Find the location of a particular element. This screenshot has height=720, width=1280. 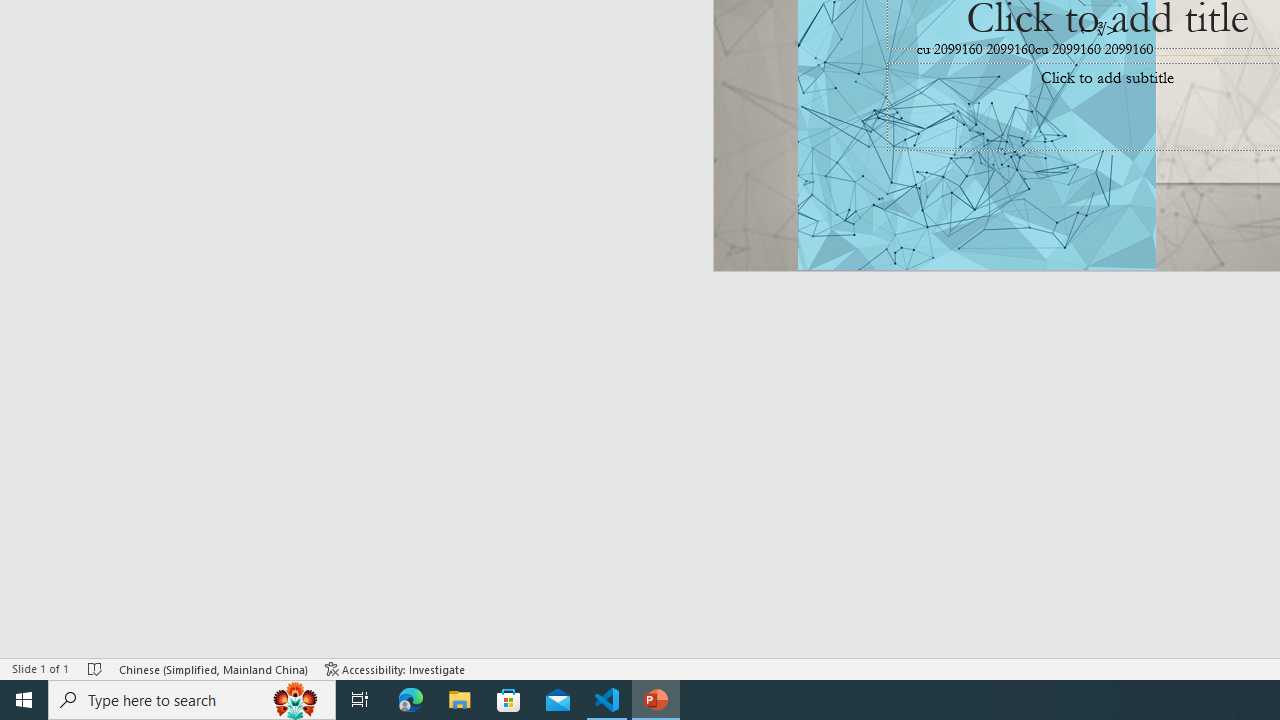

'TextBox 7' is located at coordinates (1098, 30).